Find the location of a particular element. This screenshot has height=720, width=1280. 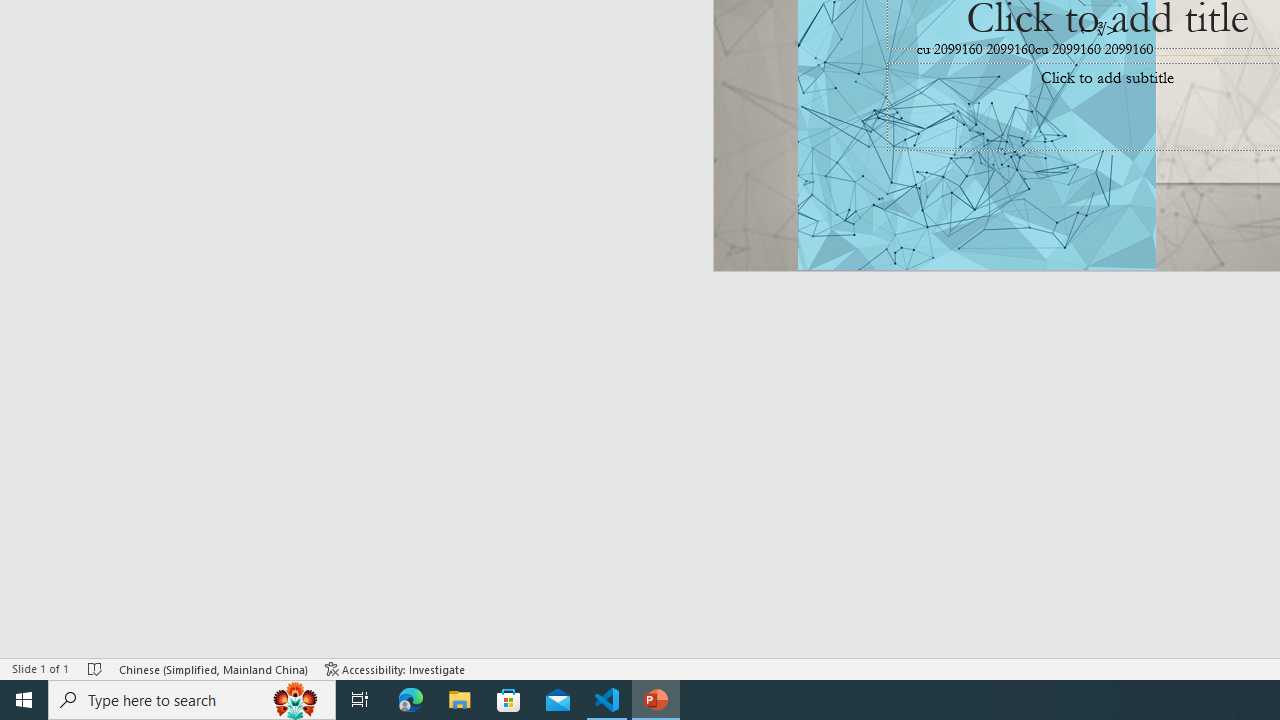

'TextBox 7' is located at coordinates (1098, 30).